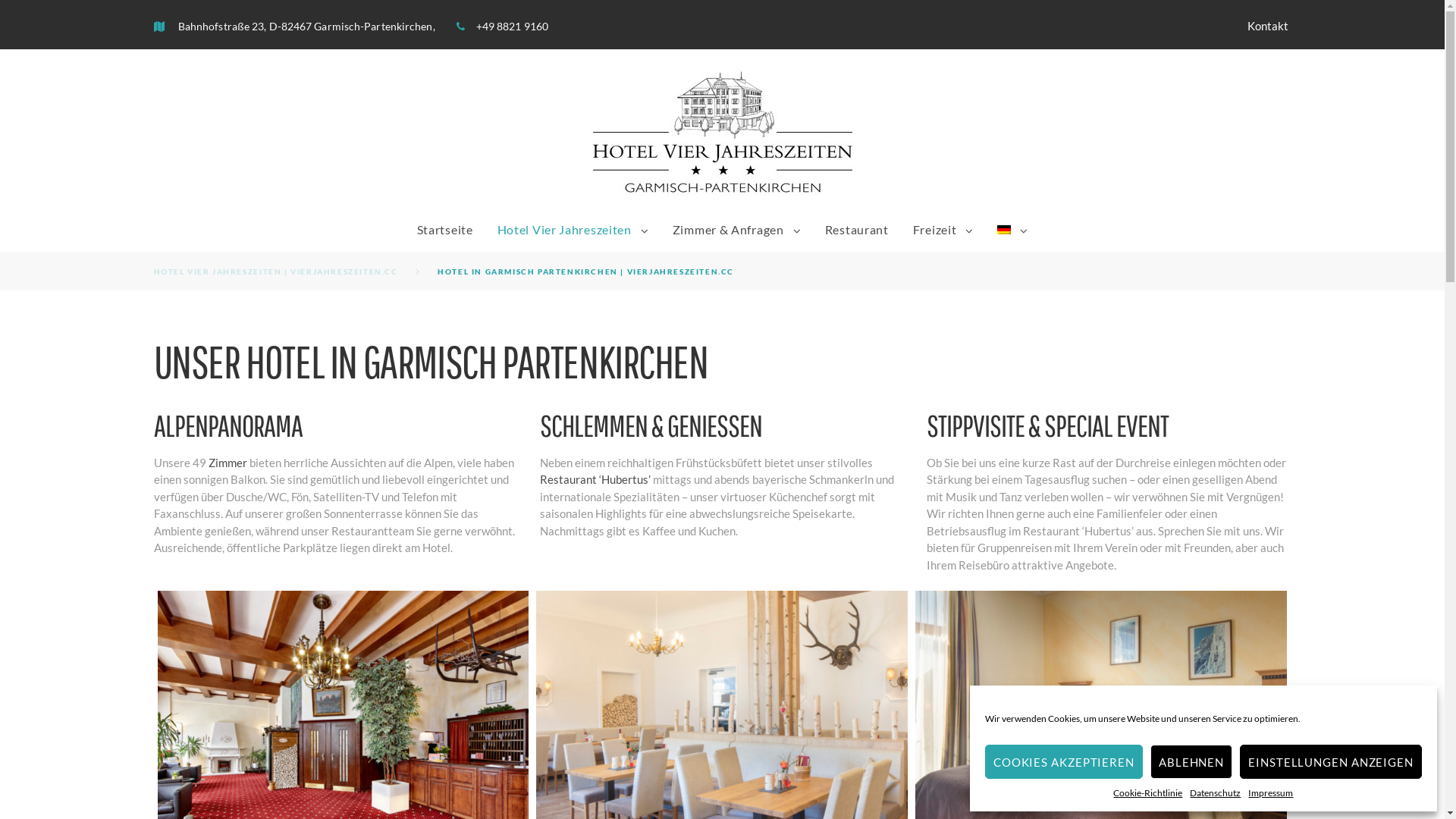 This screenshot has width=1456, height=819. What do you see at coordinates (226, 461) in the screenshot?
I see `'Zimmer'` at bounding box center [226, 461].